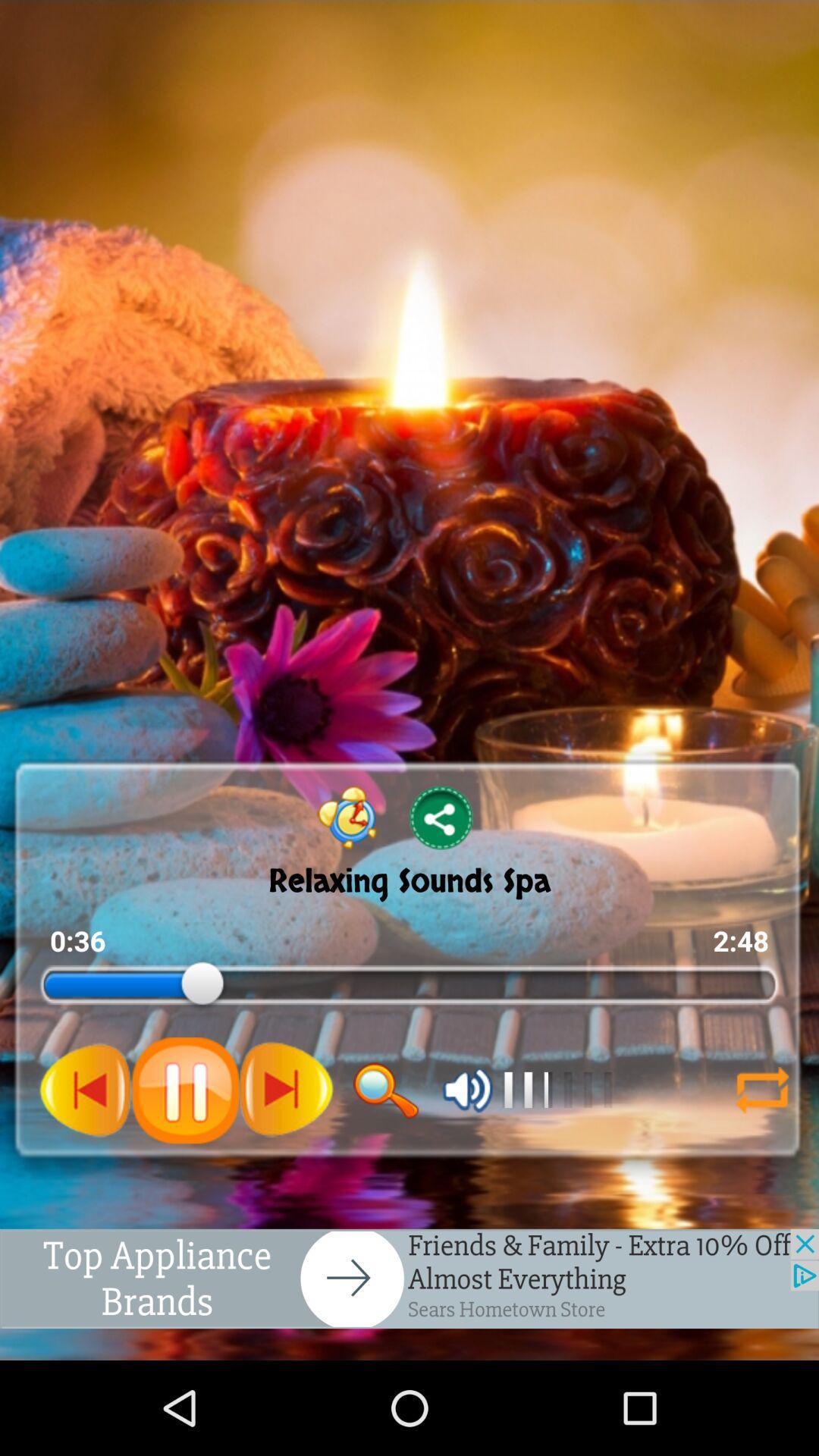 The height and width of the screenshot is (1456, 819). Describe the element at coordinates (409, 1278) in the screenshot. I see `this highlighted interactive element is advertisement` at that location.